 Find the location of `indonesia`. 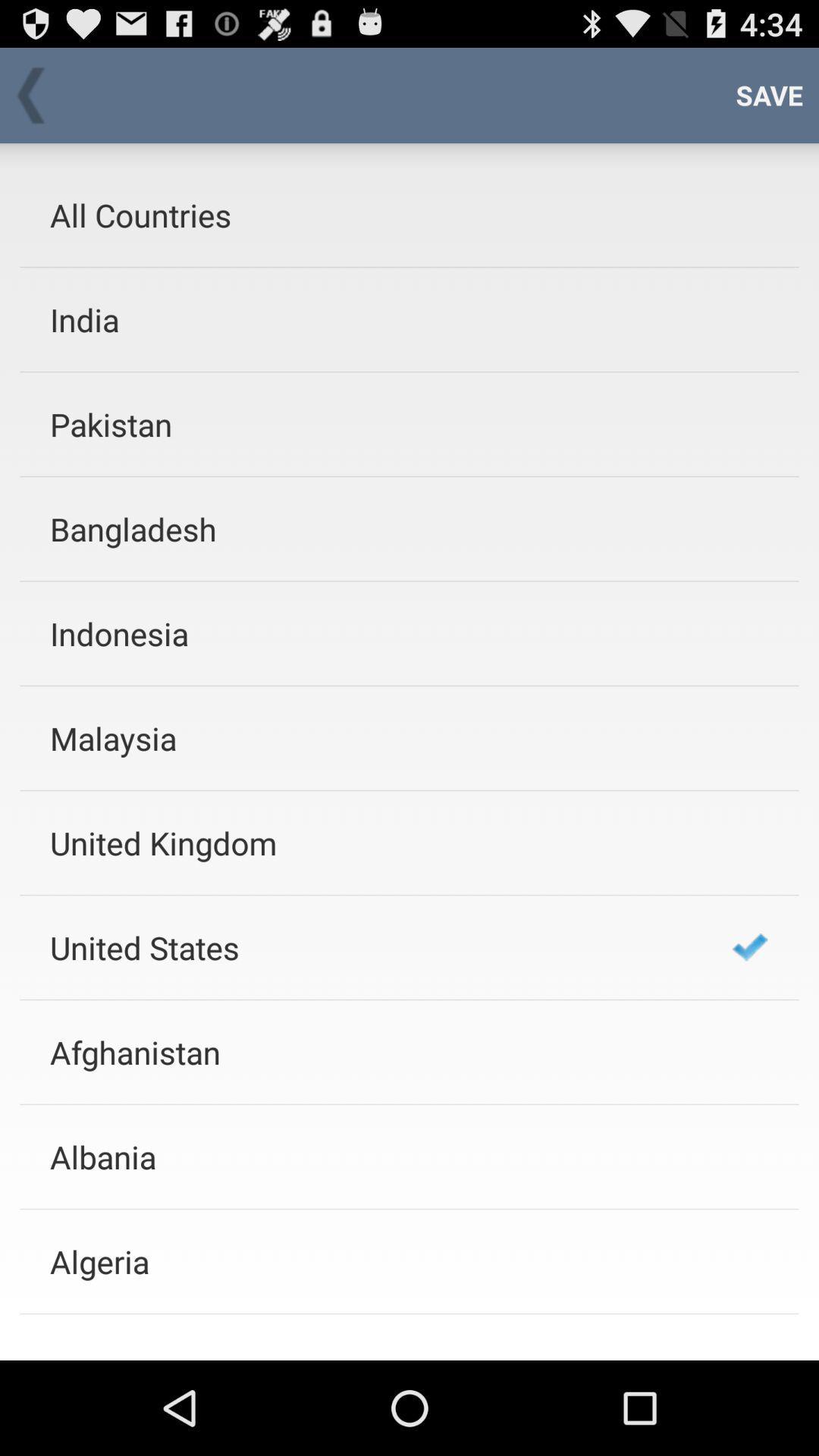

indonesia is located at coordinates (371, 633).